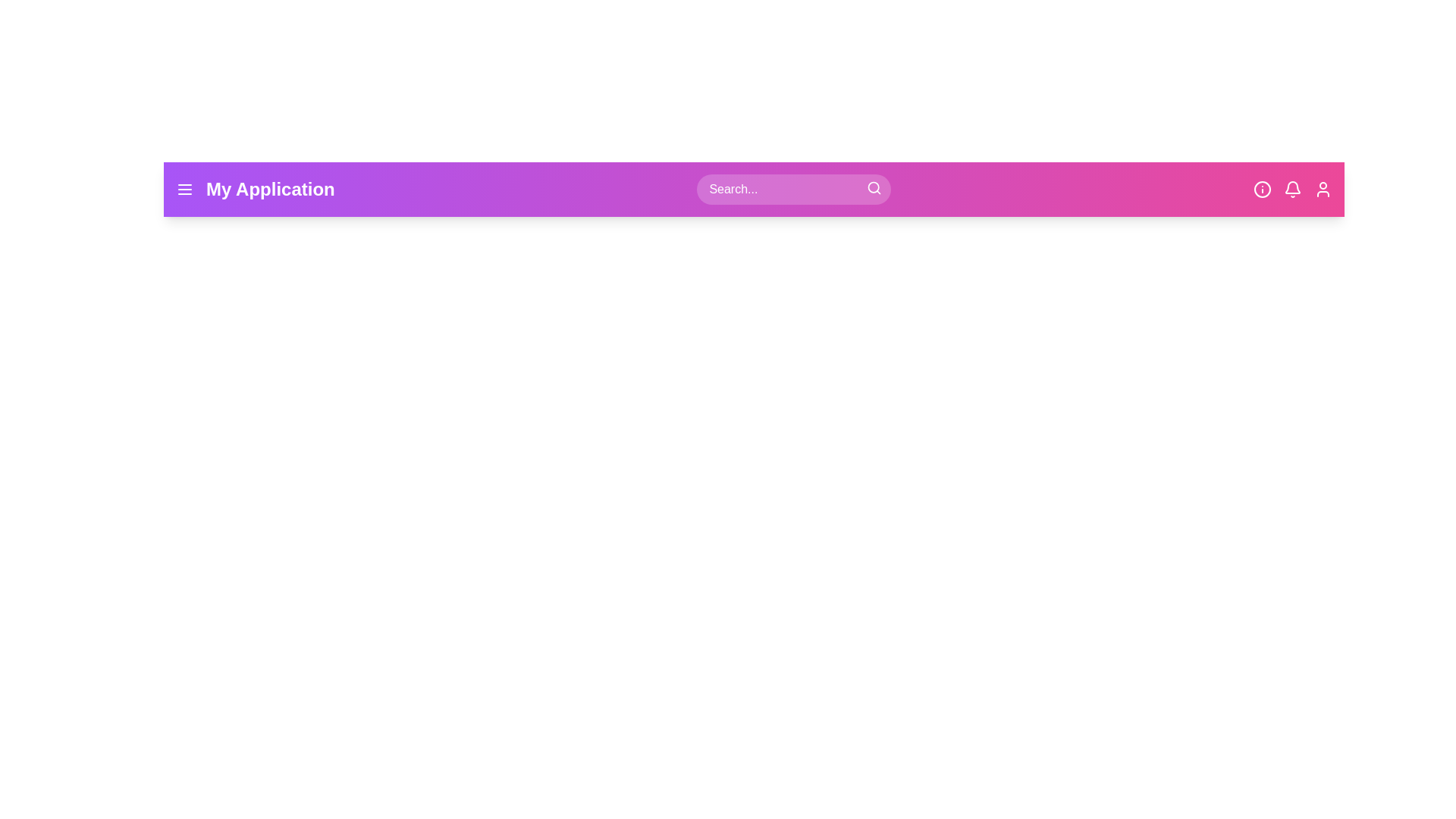 This screenshot has width=1456, height=819. I want to click on menu button to open the navigation menu, so click(184, 189).